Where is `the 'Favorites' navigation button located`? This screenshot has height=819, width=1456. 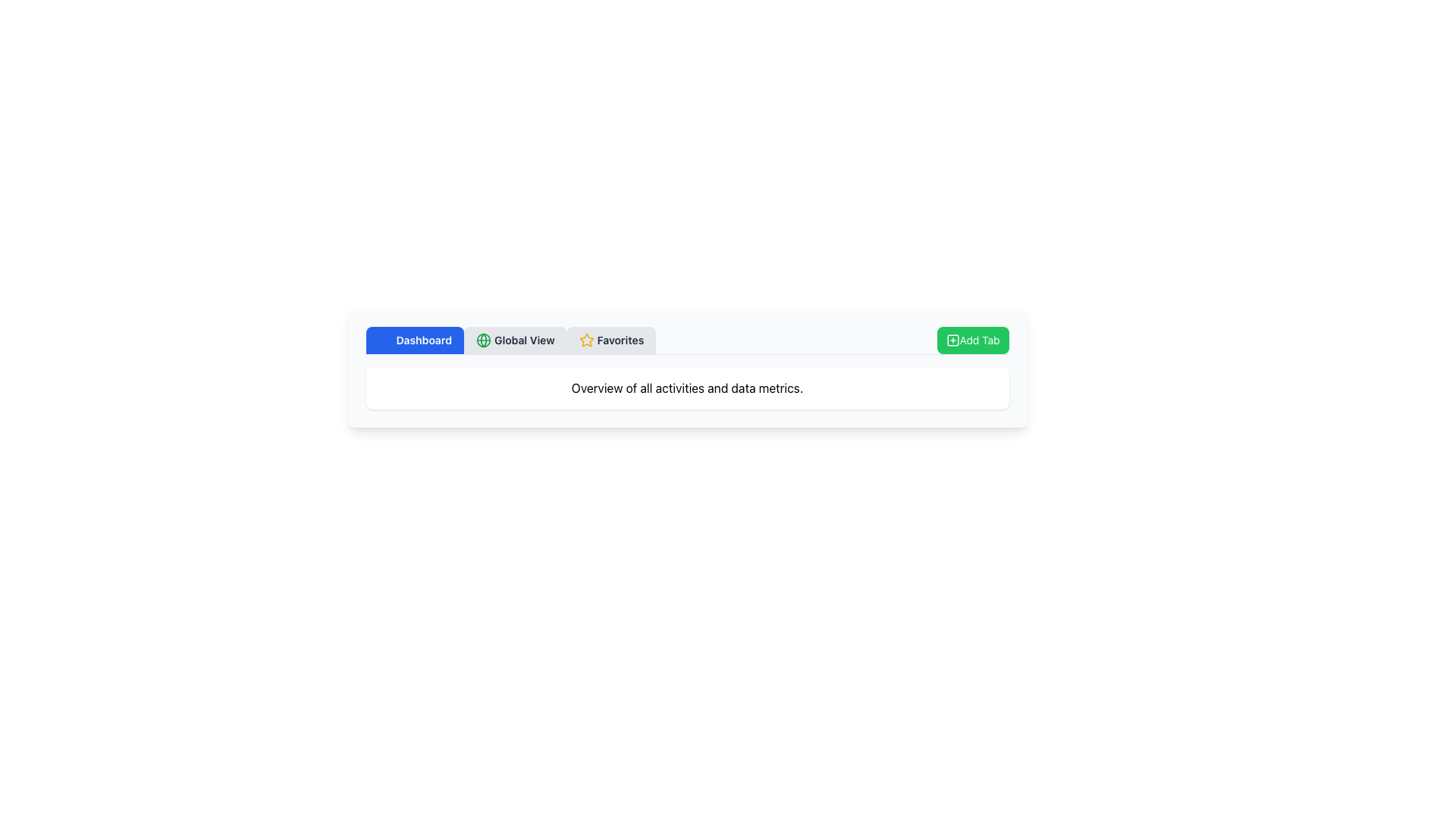 the 'Favorites' navigation button located is located at coordinates (611, 339).